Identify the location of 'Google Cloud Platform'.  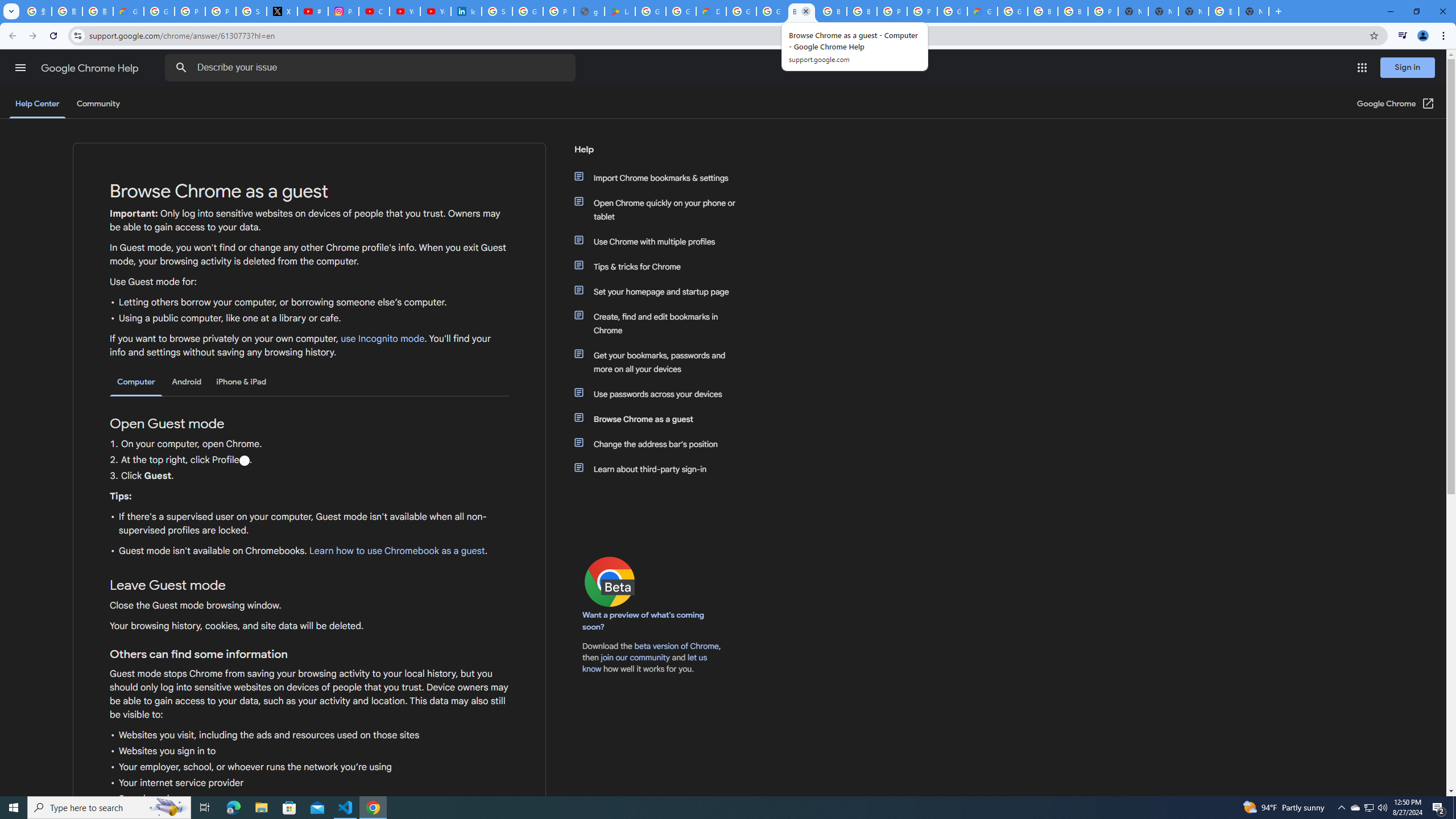
(1012, 11).